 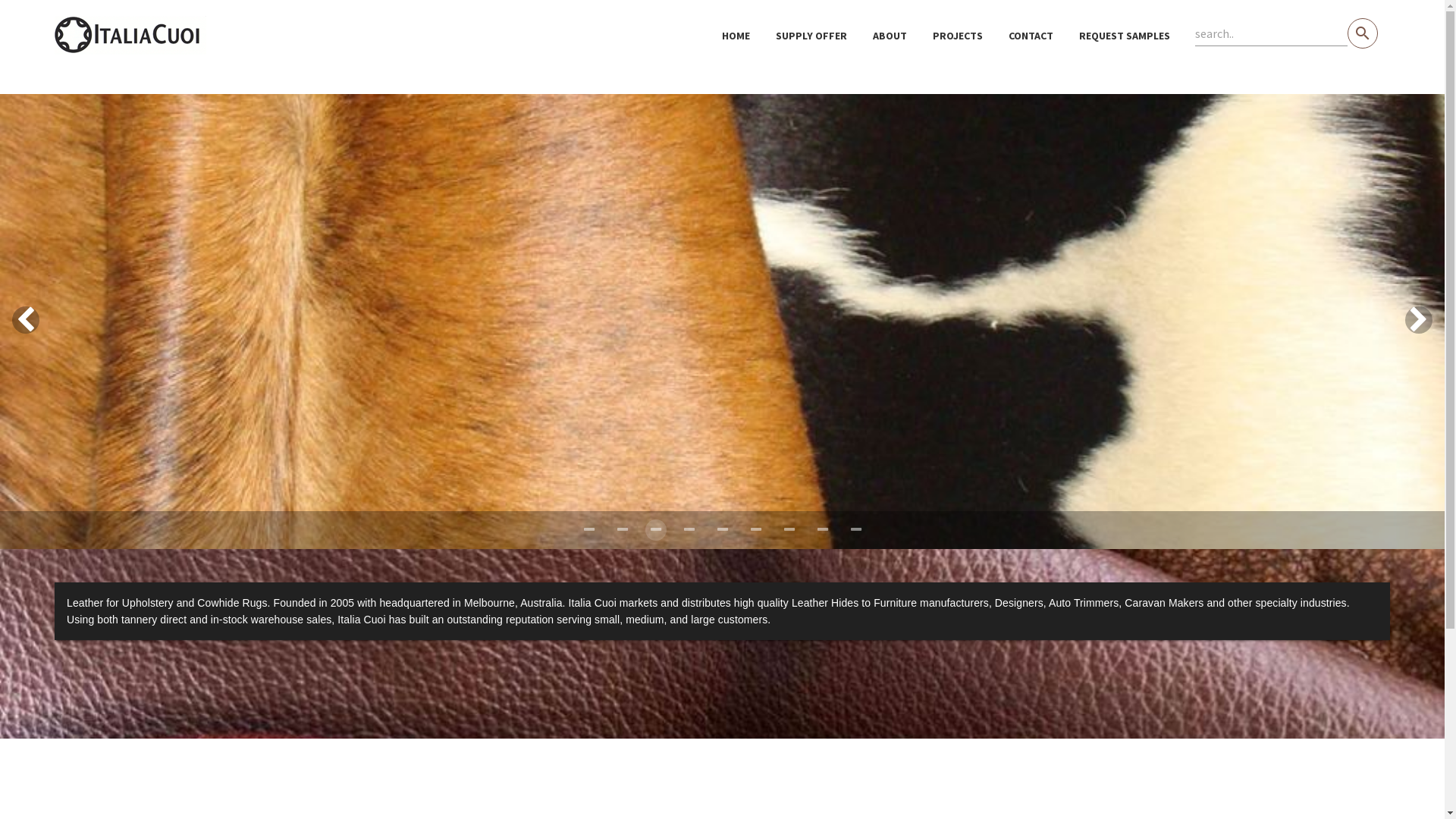 I want to click on 'HOME', so click(x=736, y=34).